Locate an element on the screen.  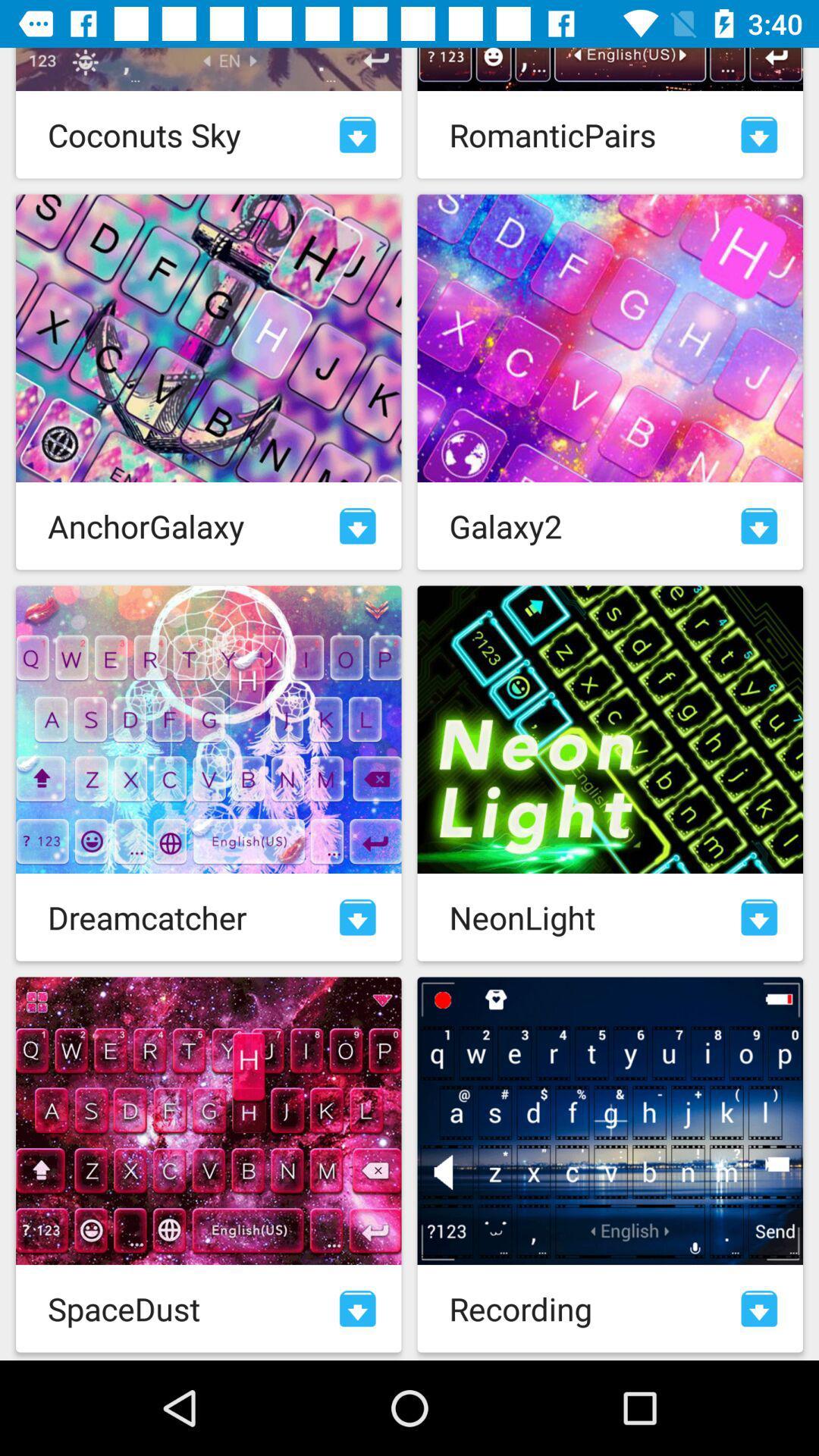
start download is located at coordinates (759, 526).